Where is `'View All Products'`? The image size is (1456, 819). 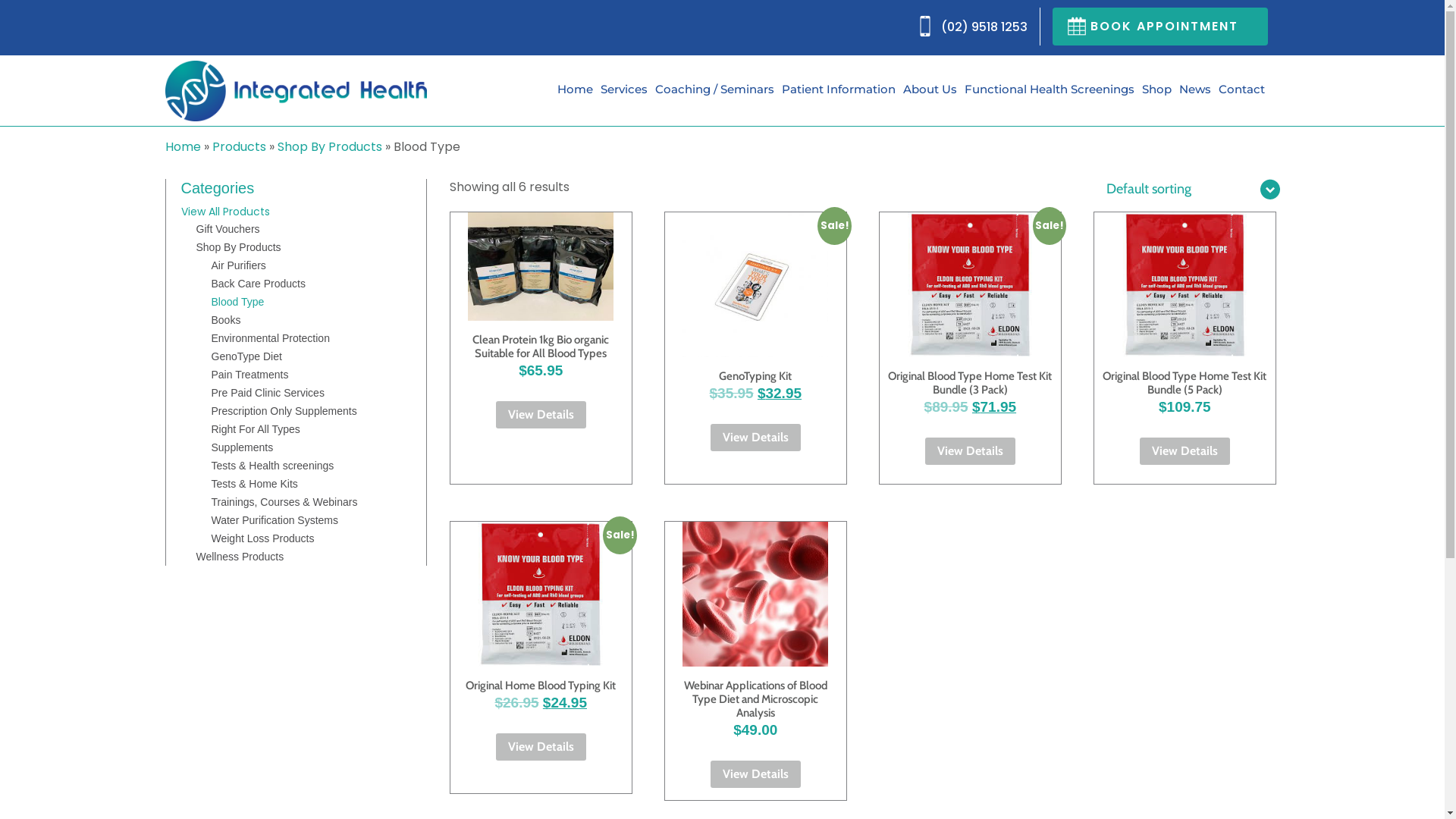 'View All Products' is located at coordinates (180, 211).